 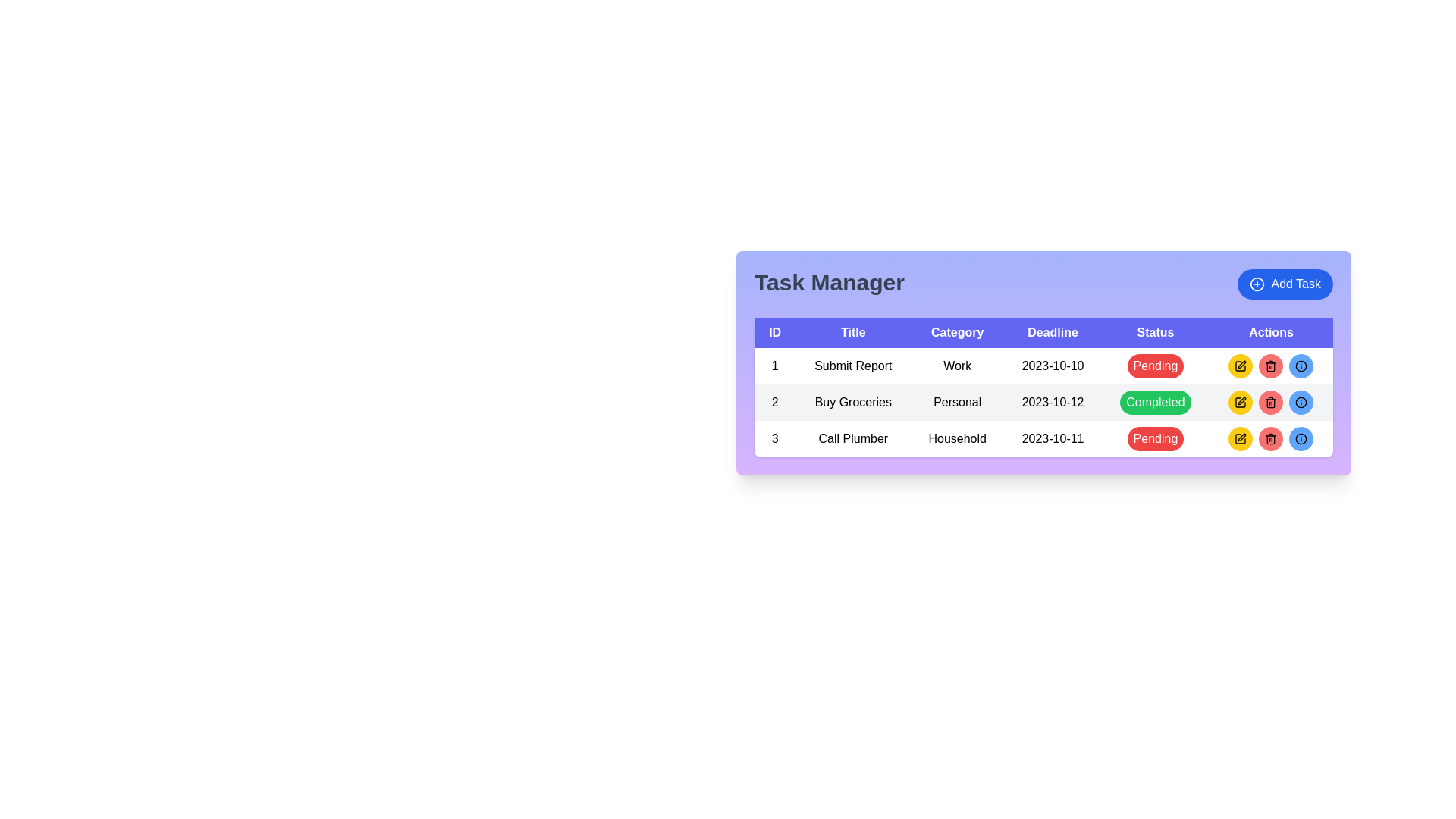 What do you see at coordinates (775, 438) in the screenshot?
I see `the label that identifies the third task in the table under the 'ID' header` at bounding box center [775, 438].